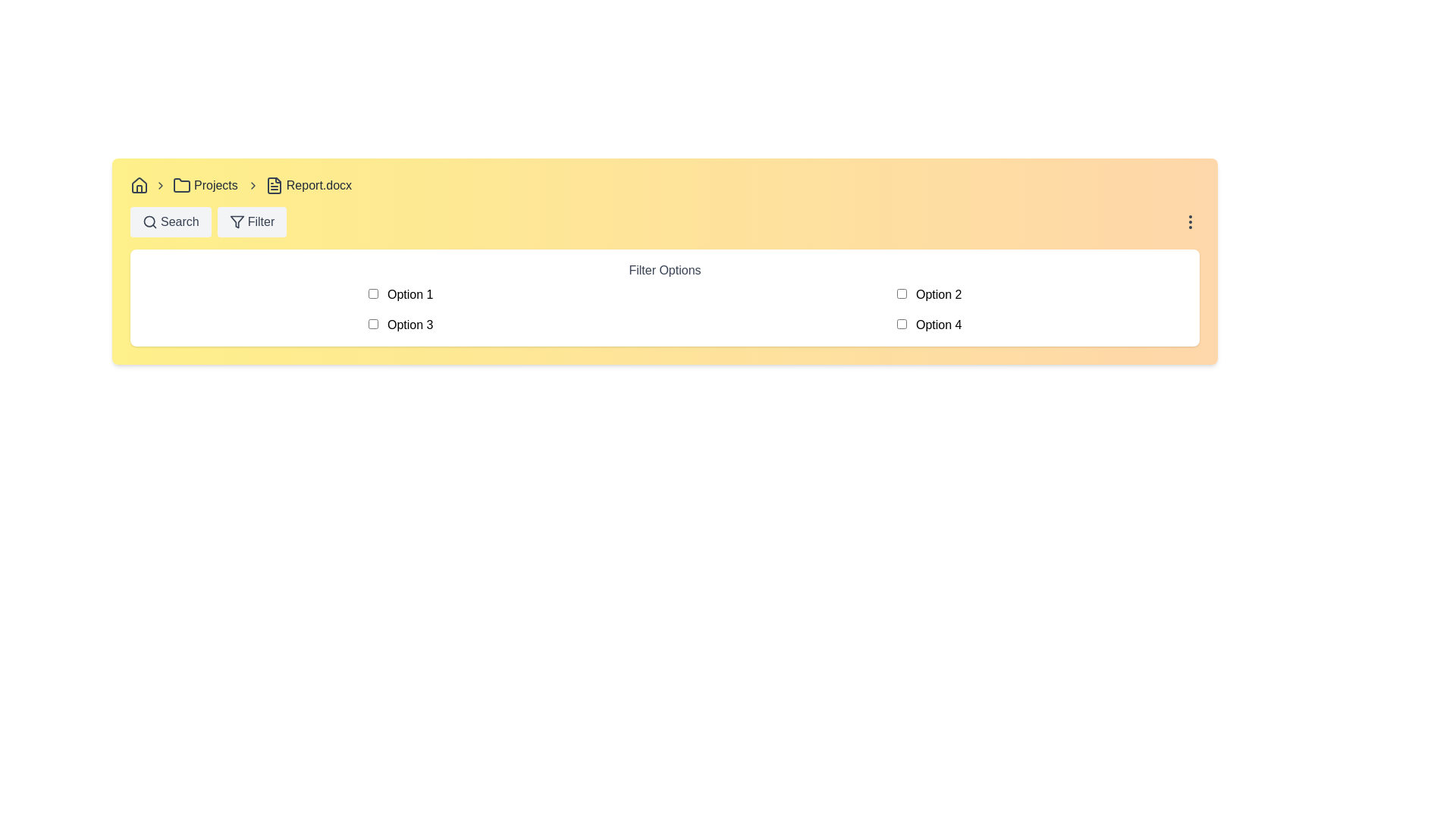  Describe the element at coordinates (902, 323) in the screenshot. I see `the checkbox located to the left of the label 'Option 4' in the 'Filter Options' box` at that location.